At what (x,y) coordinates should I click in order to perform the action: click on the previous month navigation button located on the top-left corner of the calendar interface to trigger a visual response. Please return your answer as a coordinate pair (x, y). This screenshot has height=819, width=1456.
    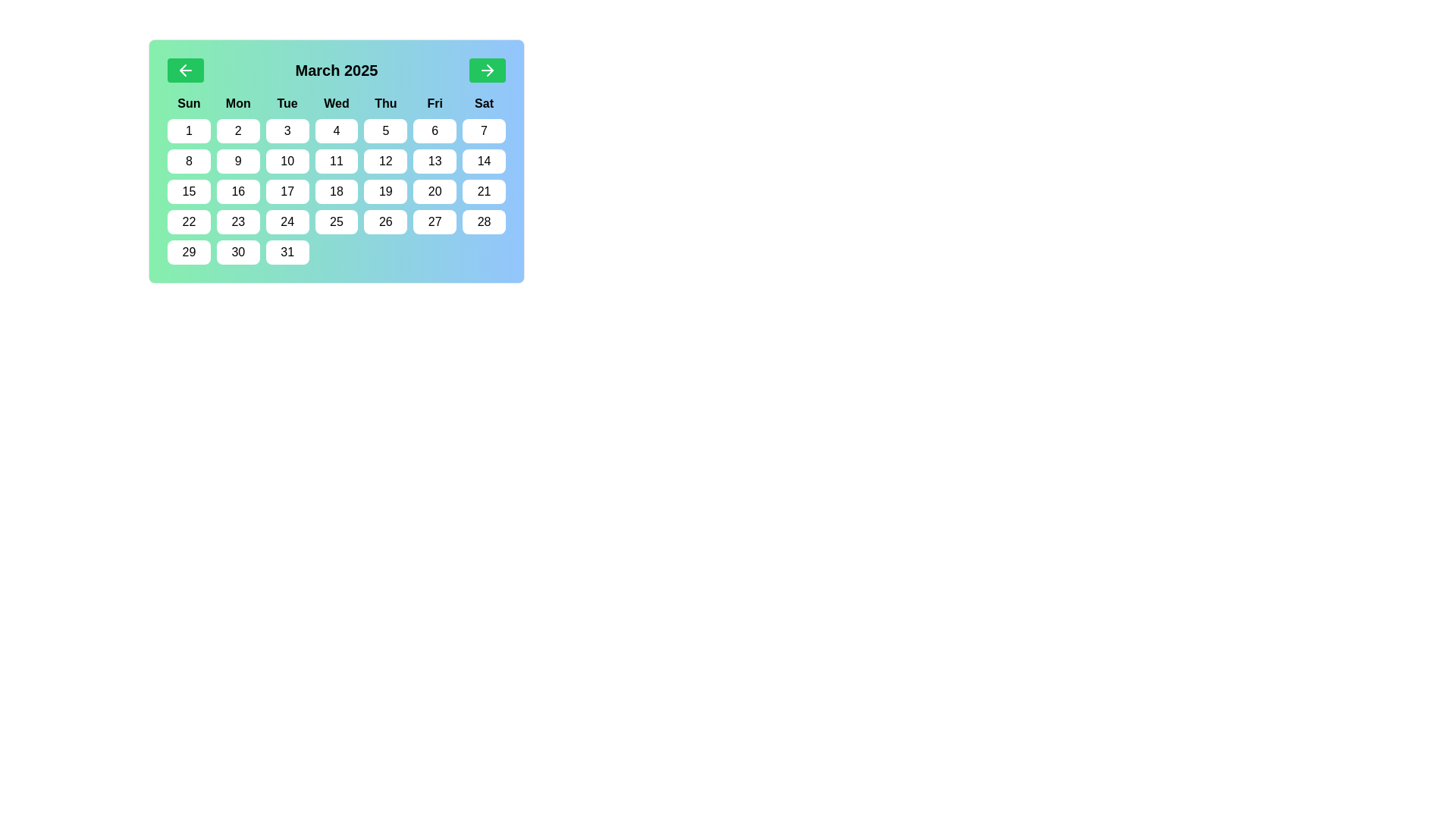
    Looking at the image, I should click on (184, 70).